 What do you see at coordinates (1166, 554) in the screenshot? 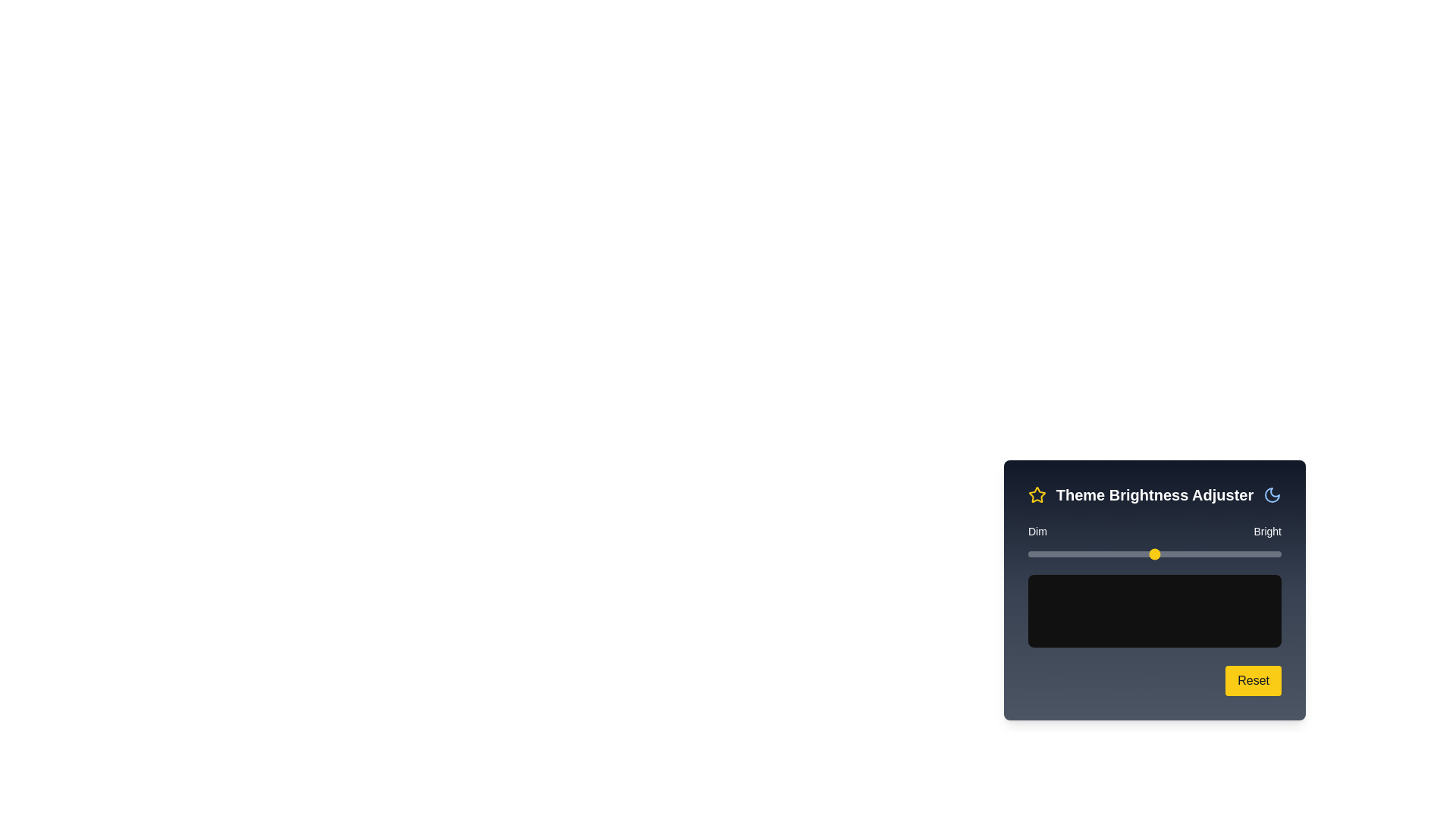
I see `the brightness slider to 55% and observe the preview area` at bounding box center [1166, 554].